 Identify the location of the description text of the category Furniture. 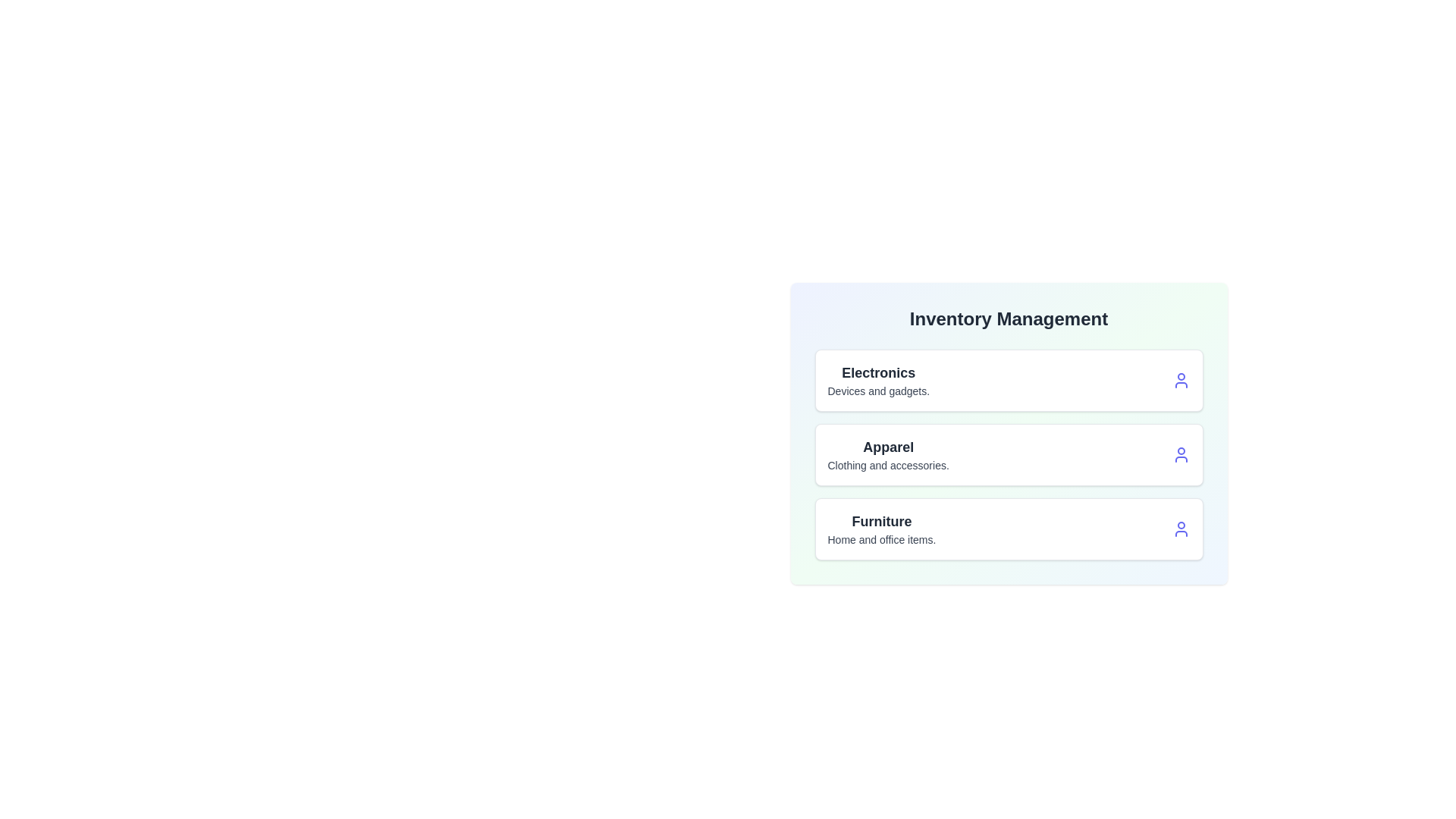
(881, 539).